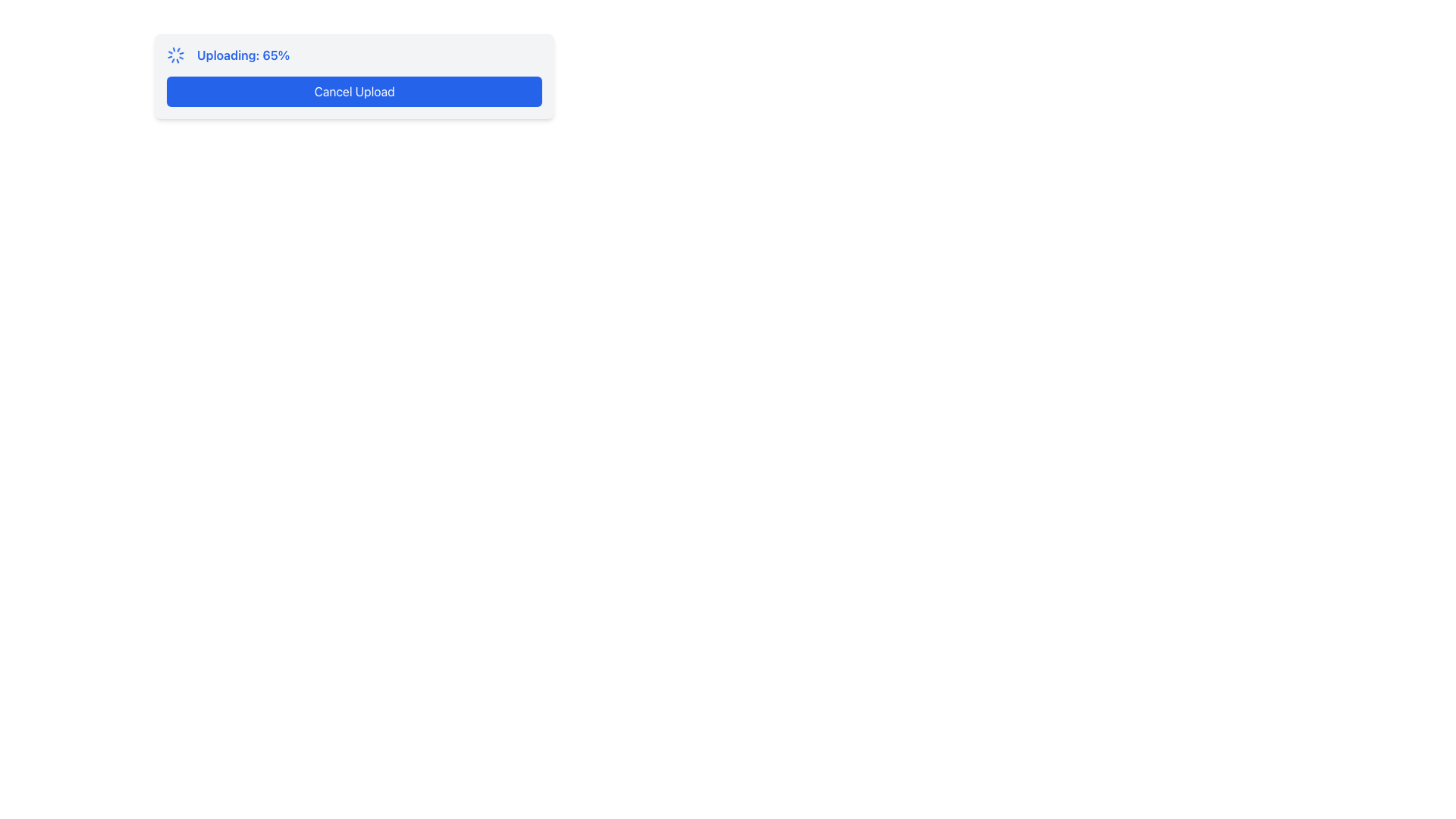 The width and height of the screenshot is (1456, 819). Describe the element at coordinates (243, 55) in the screenshot. I see `the progress status Label located to the right of the spinning loader icon and above the blue 'Cancel Upload' button` at that location.